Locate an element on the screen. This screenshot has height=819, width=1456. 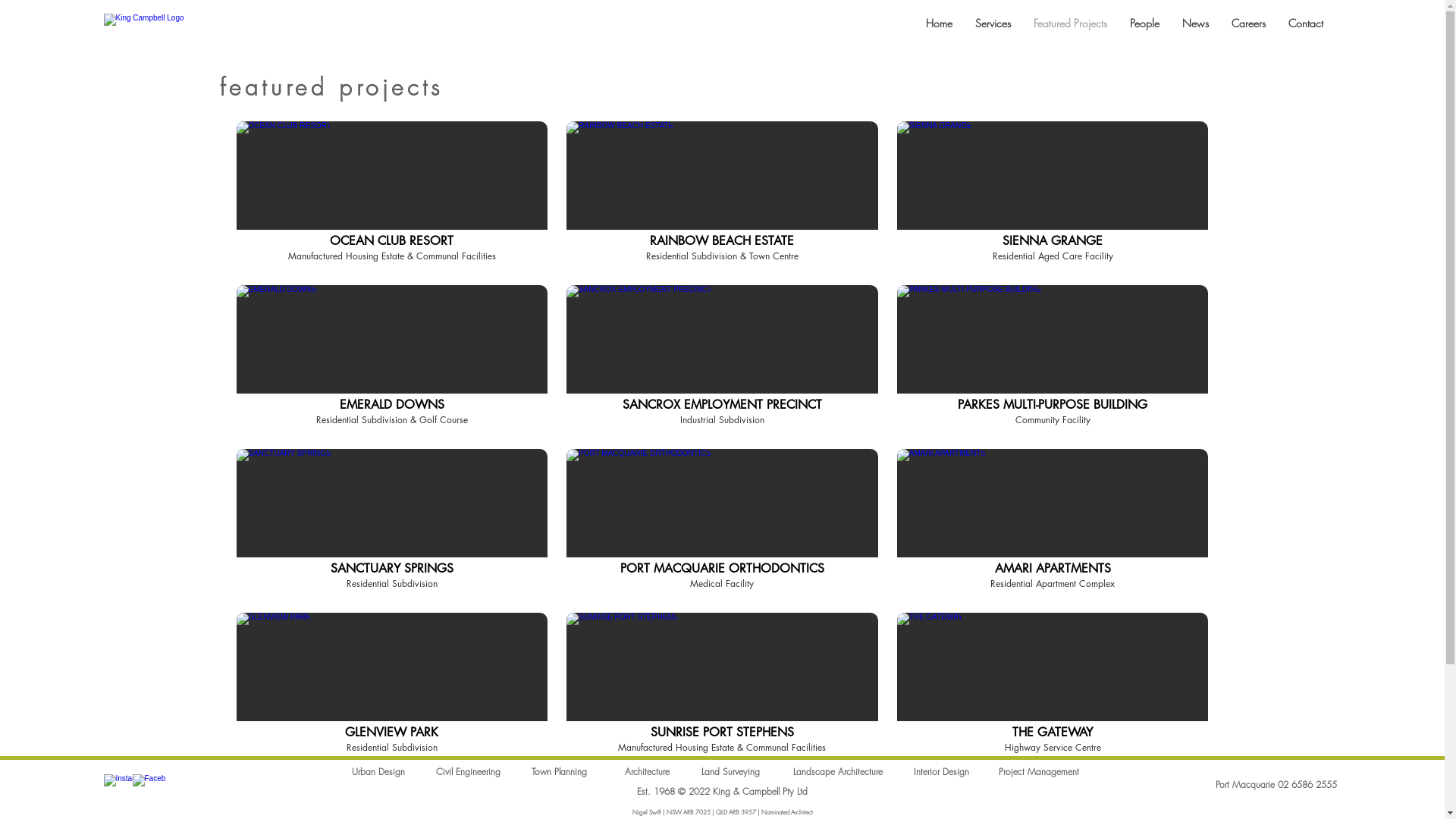
'Land Surveying' is located at coordinates (730, 771).